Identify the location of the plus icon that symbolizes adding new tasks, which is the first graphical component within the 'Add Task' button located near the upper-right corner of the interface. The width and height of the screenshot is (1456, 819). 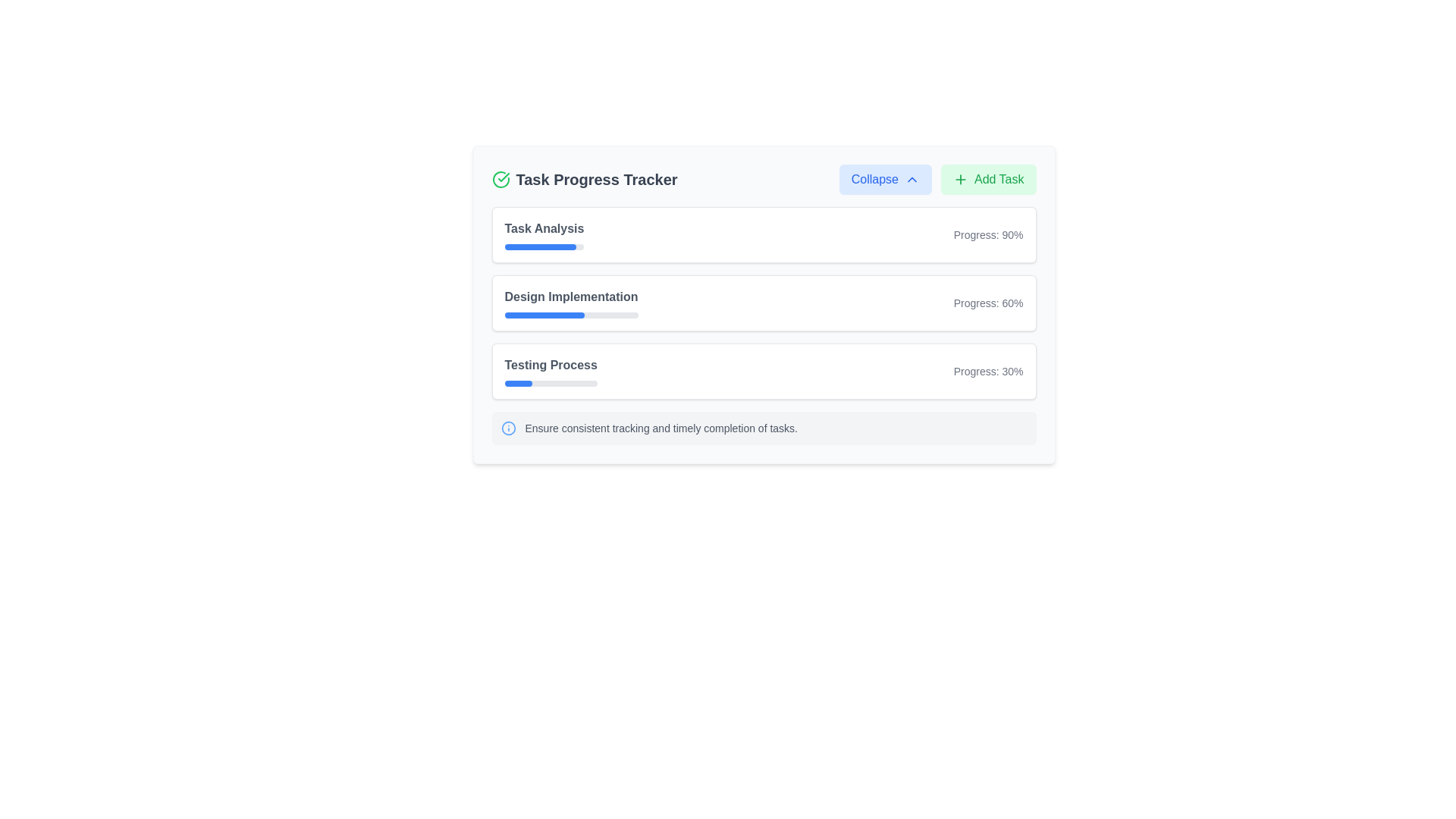
(960, 178).